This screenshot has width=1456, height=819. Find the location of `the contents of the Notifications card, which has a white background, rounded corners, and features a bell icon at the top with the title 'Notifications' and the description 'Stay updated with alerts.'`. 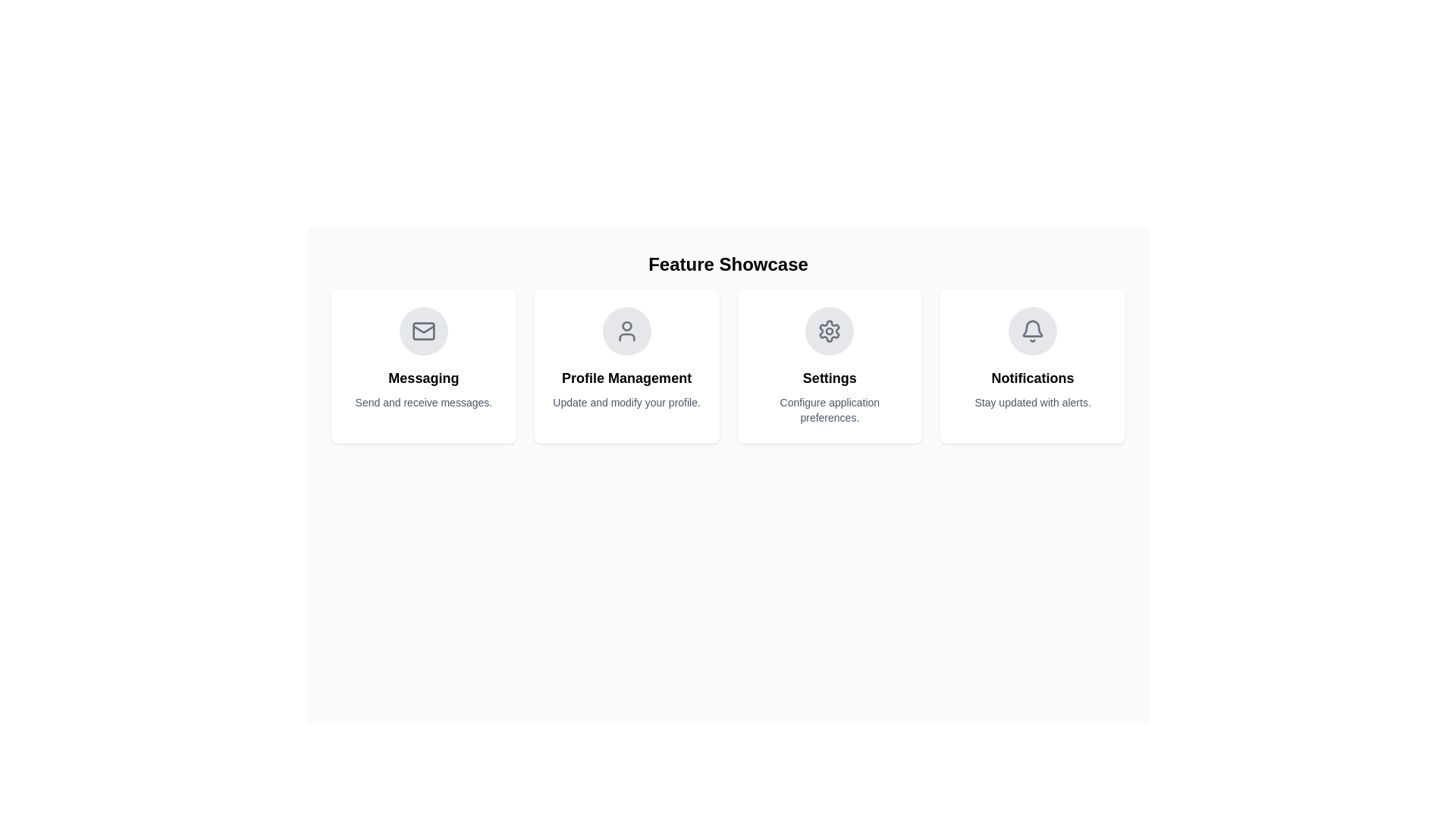

the contents of the Notifications card, which has a white background, rounded corners, and features a bell icon at the top with the title 'Notifications' and the description 'Stay updated with alerts.' is located at coordinates (1032, 366).